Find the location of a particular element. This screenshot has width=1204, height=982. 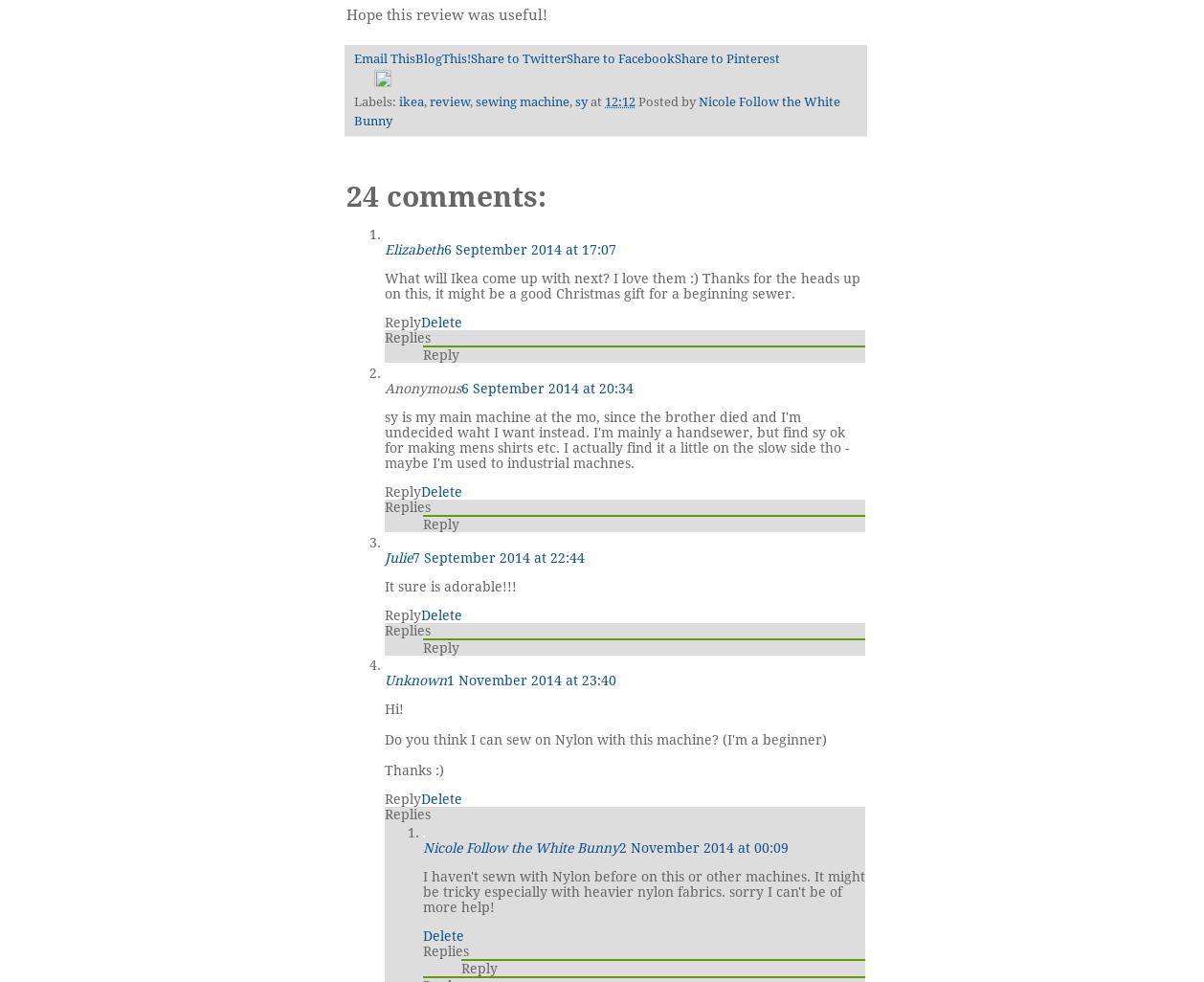

'Labels:' is located at coordinates (352, 100).